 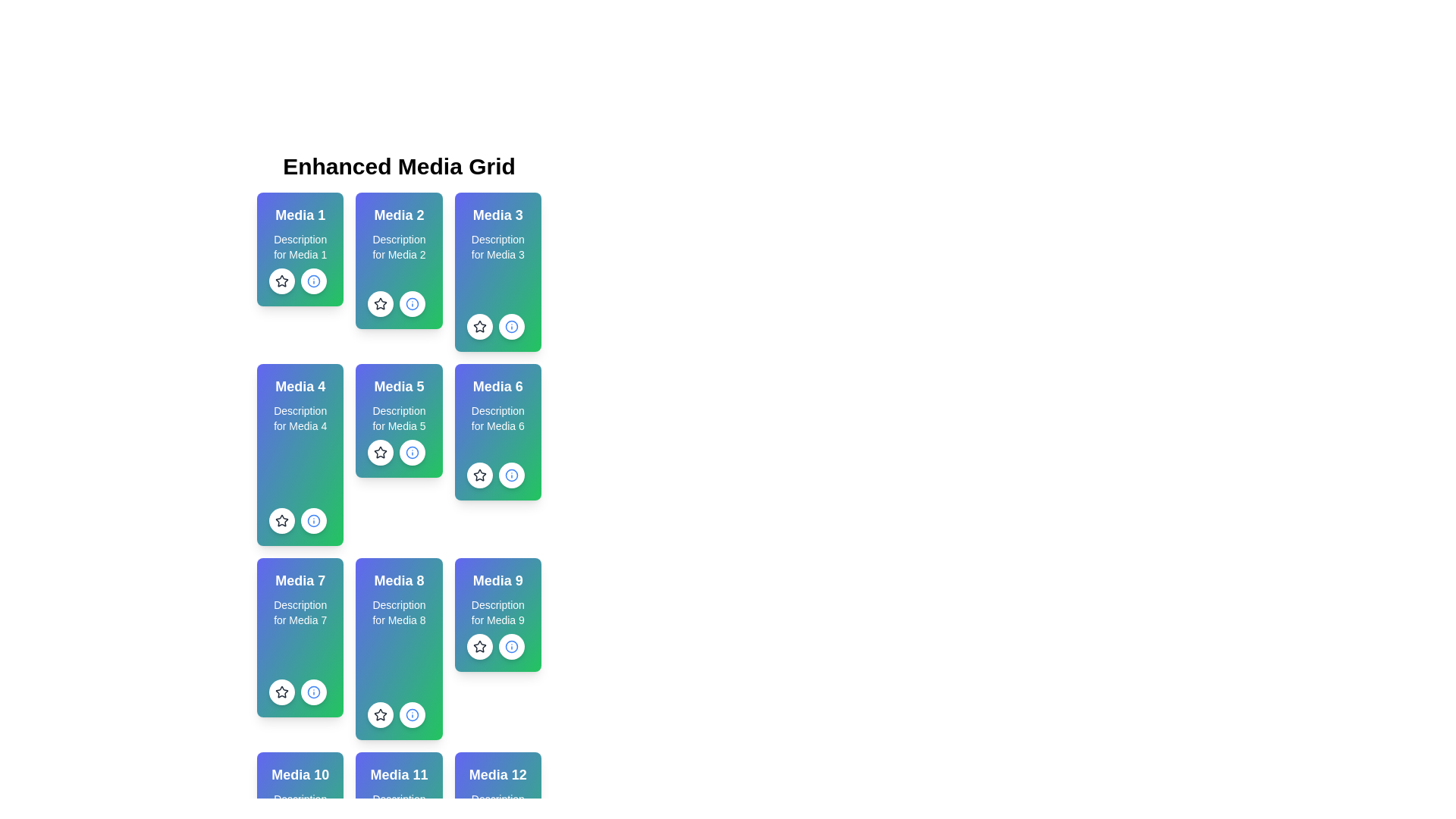 I want to click on the title text for the 'Media 3' card located at the top section of the third card in the first row of the grid layout, so click(x=497, y=215).